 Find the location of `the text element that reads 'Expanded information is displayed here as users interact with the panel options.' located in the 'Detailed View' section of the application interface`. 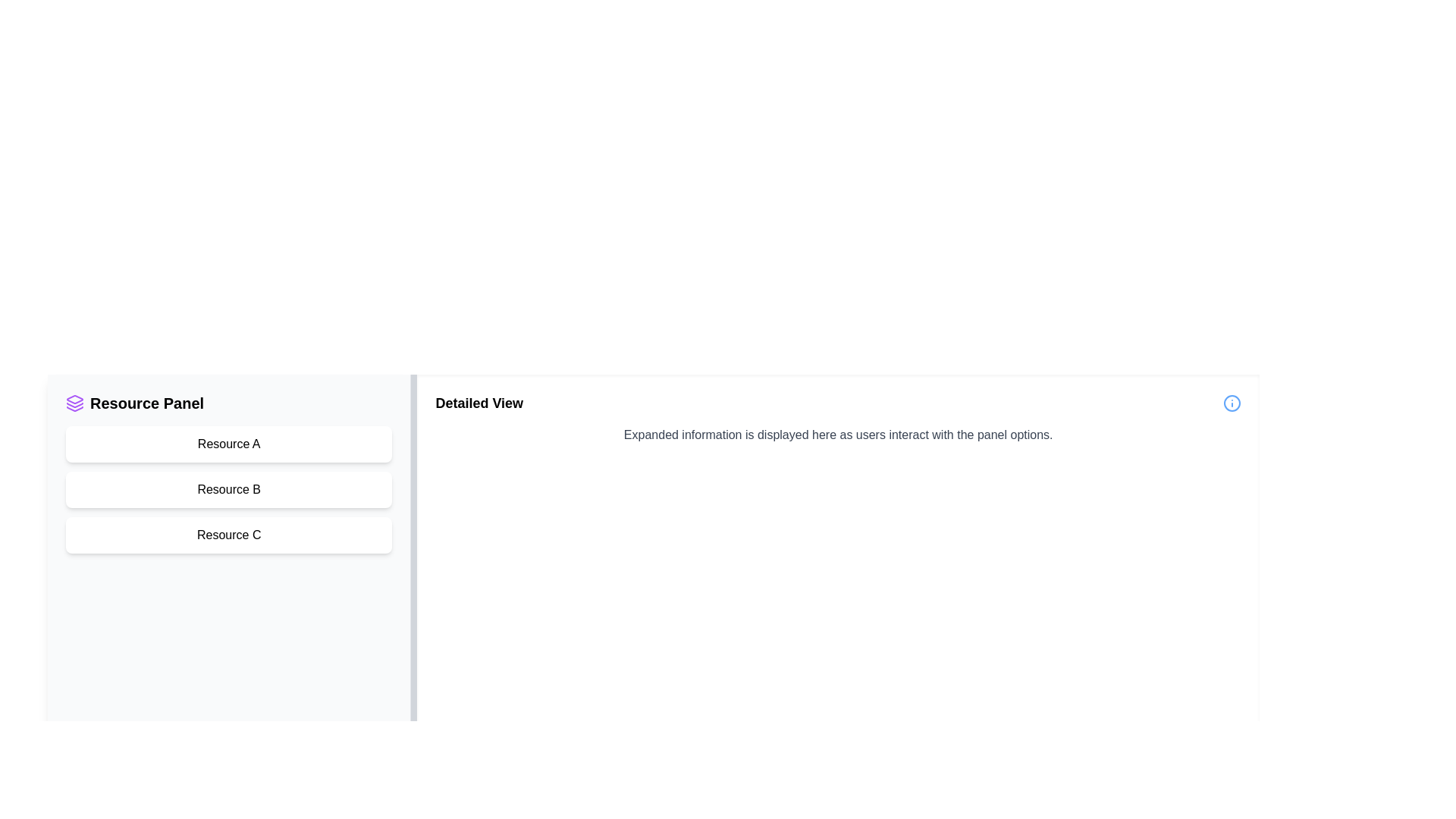

the text element that reads 'Expanded information is displayed here as users interact with the panel options.' located in the 'Detailed View' section of the application interface is located at coordinates (837, 435).